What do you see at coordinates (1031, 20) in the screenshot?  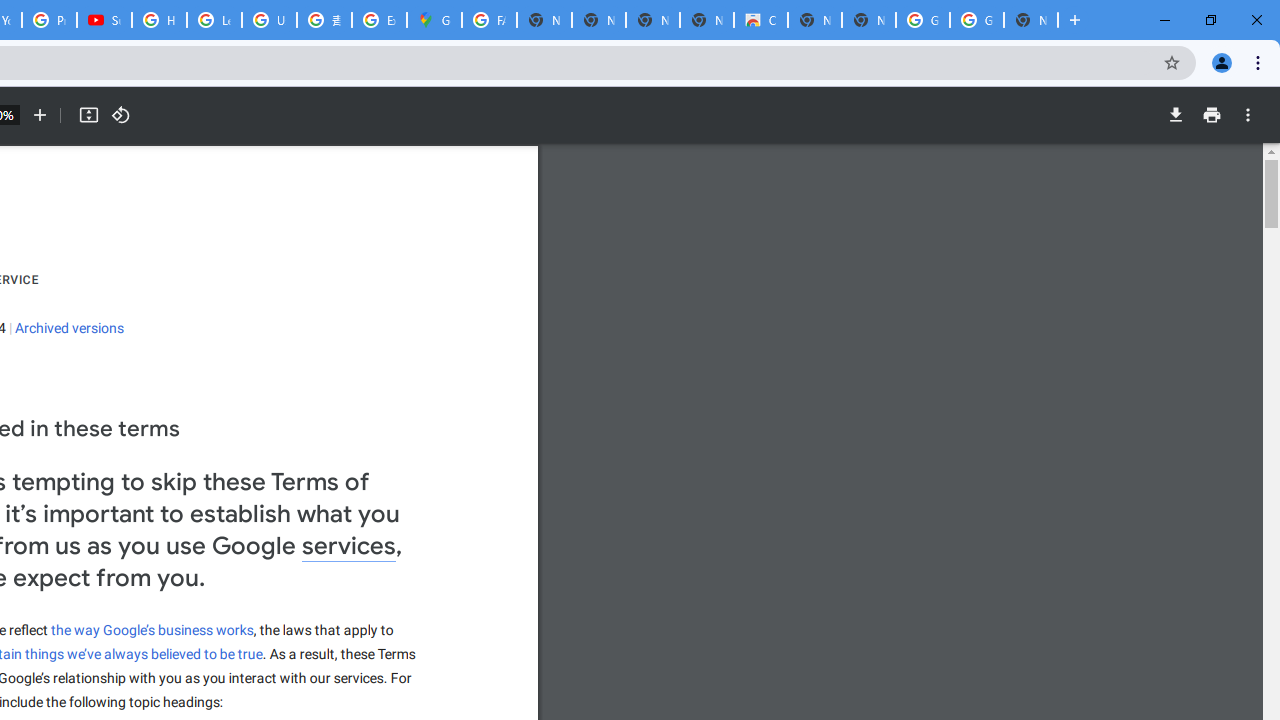 I see `'New Tab'` at bounding box center [1031, 20].